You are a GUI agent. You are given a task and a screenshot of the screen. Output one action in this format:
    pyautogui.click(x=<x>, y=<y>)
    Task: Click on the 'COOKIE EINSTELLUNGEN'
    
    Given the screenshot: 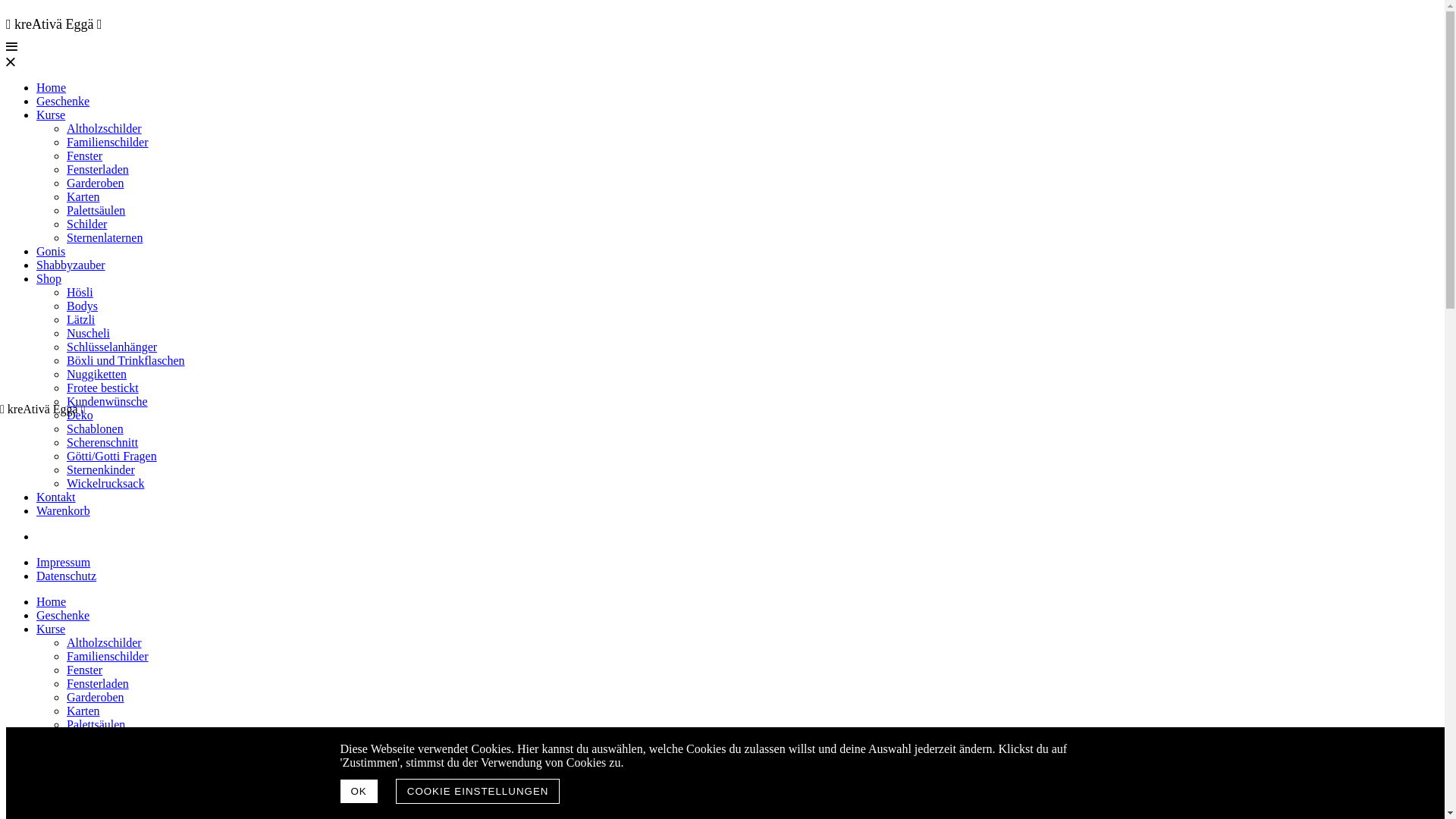 What is the action you would take?
    pyautogui.click(x=477, y=790)
    